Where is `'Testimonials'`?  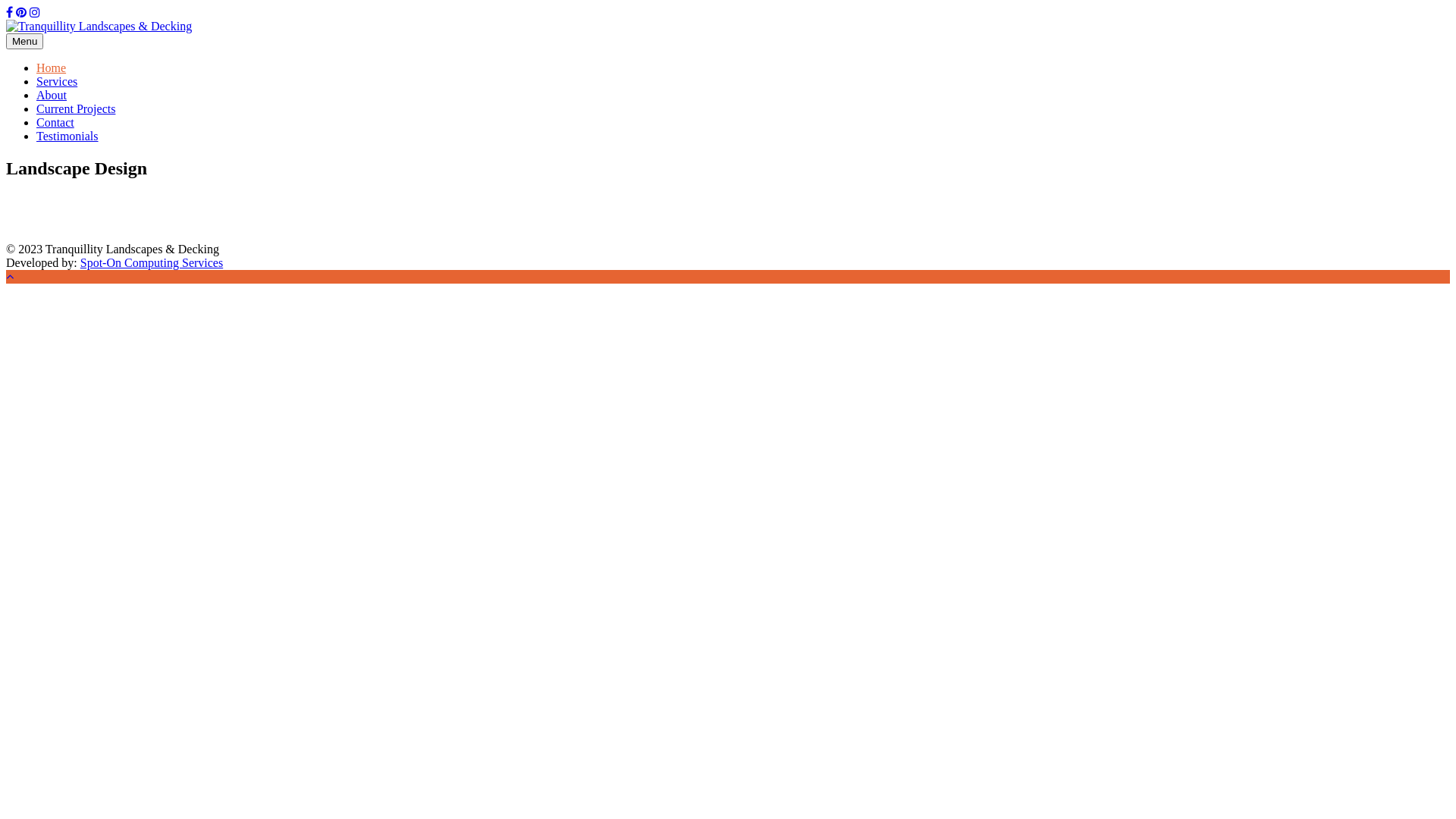
'Testimonials' is located at coordinates (67, 135).